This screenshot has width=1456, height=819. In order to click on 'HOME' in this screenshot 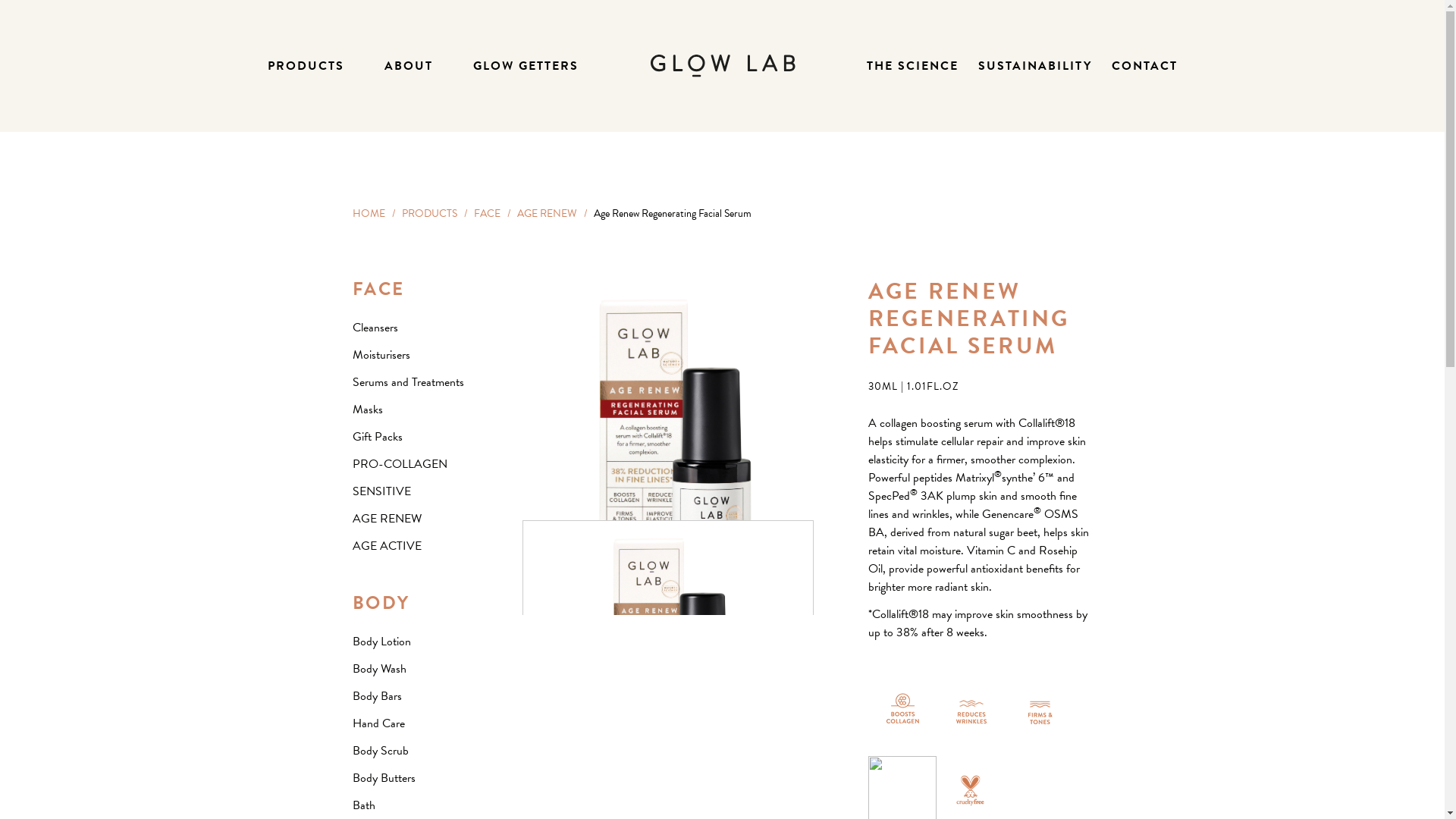, I will do `click(351, 213)`.